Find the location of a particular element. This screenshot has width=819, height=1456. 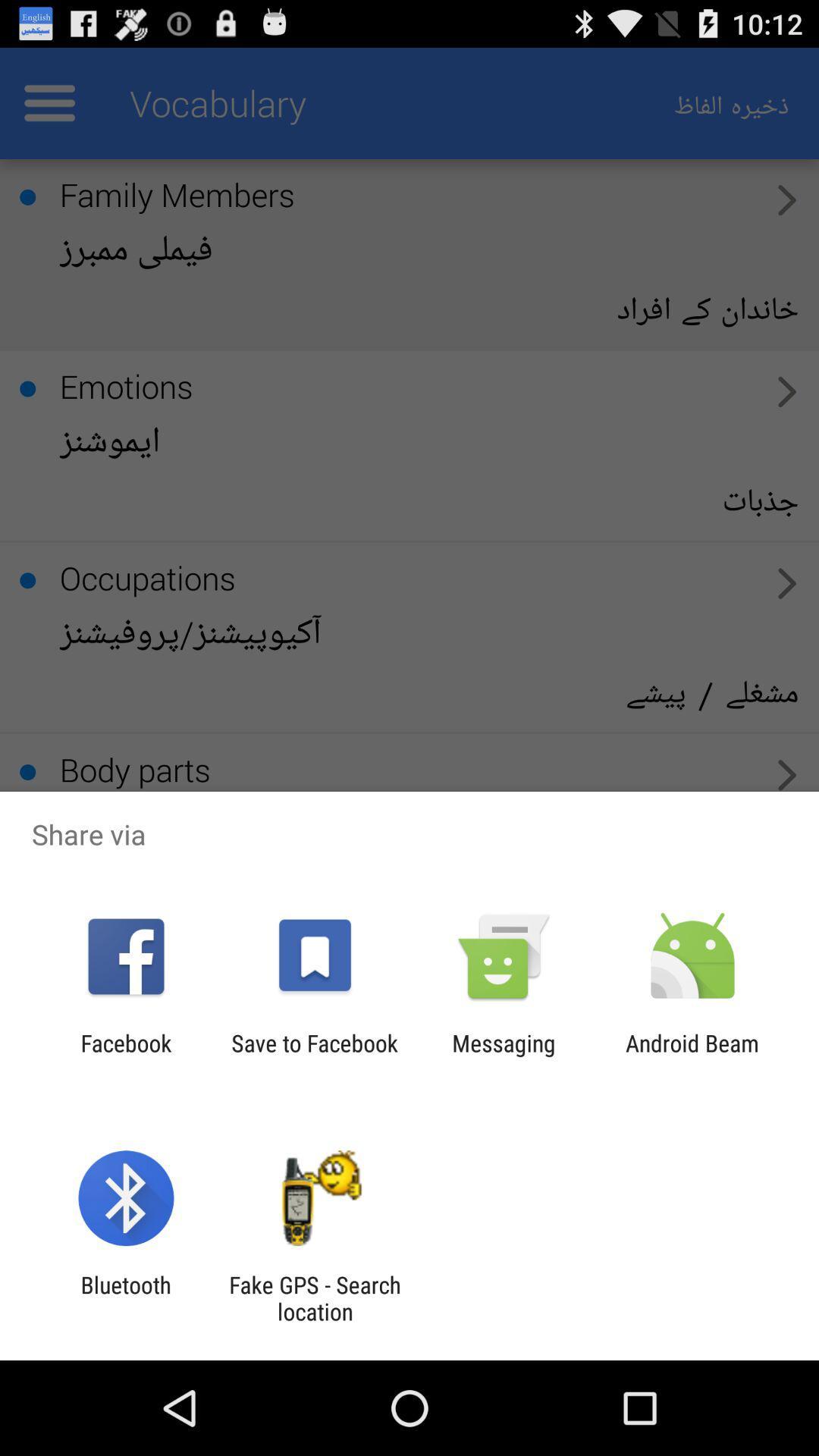

app to the right of facebook icon is located at coordinates (314, 1056).